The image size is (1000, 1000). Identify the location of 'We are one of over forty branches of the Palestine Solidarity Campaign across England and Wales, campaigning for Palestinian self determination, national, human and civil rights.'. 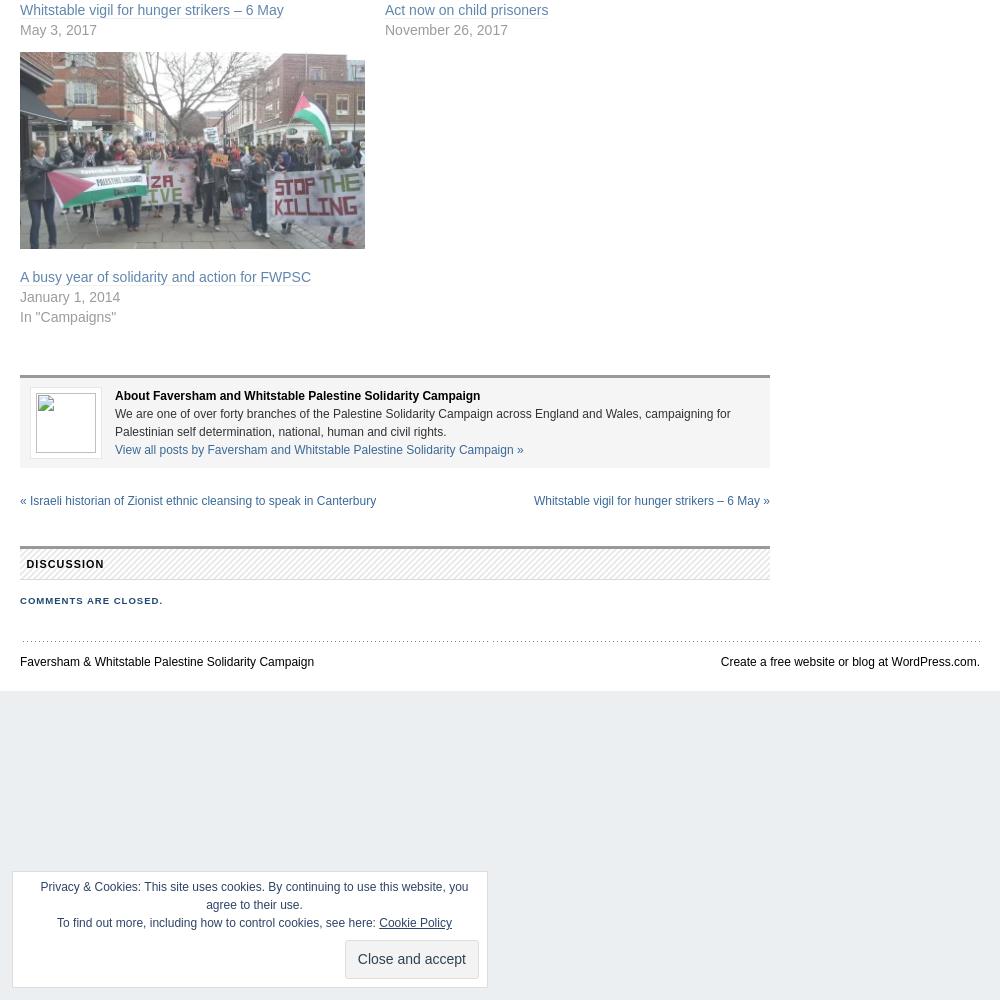
(422, 422).